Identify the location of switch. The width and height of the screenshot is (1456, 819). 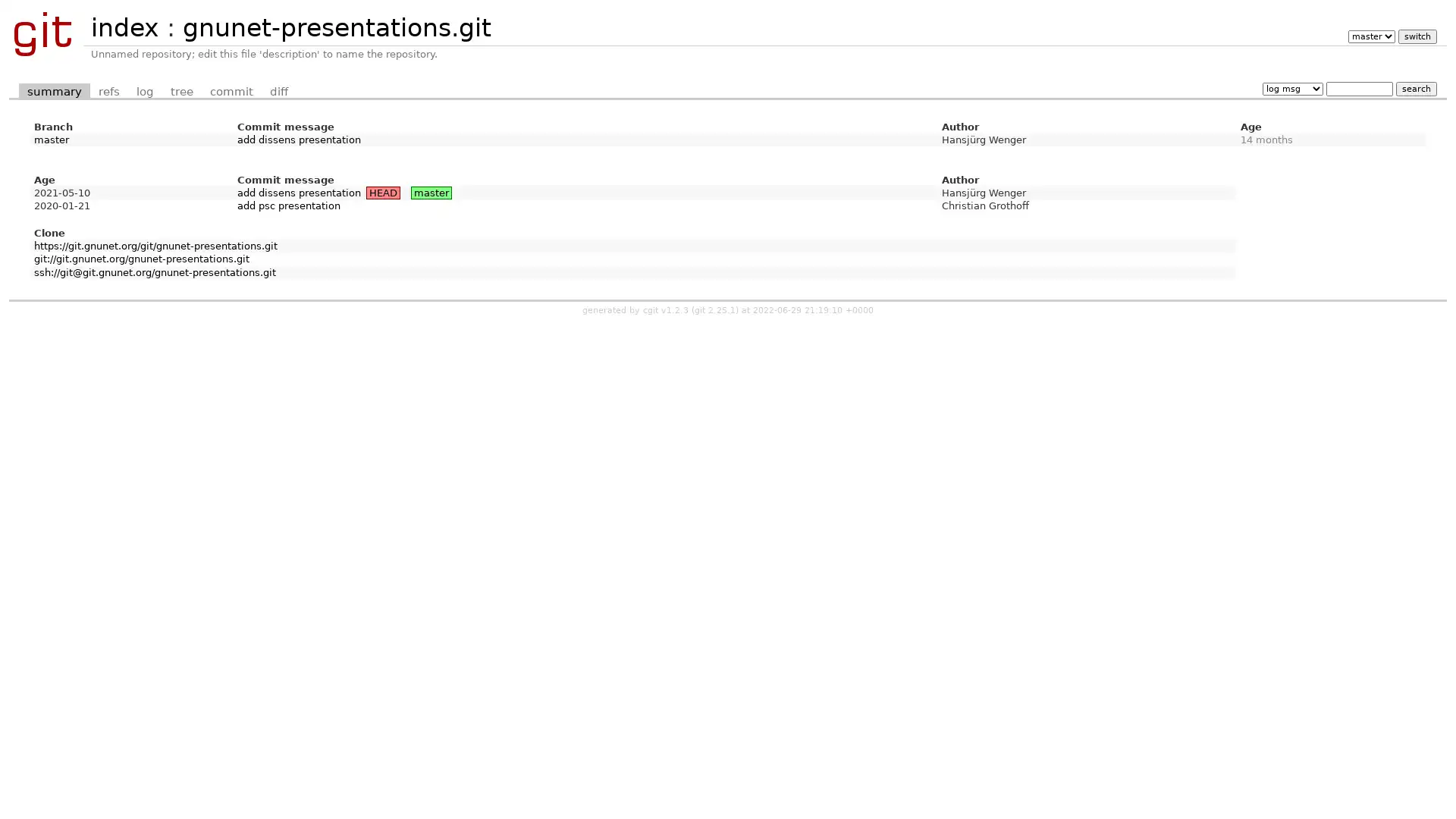
(1416, 36).